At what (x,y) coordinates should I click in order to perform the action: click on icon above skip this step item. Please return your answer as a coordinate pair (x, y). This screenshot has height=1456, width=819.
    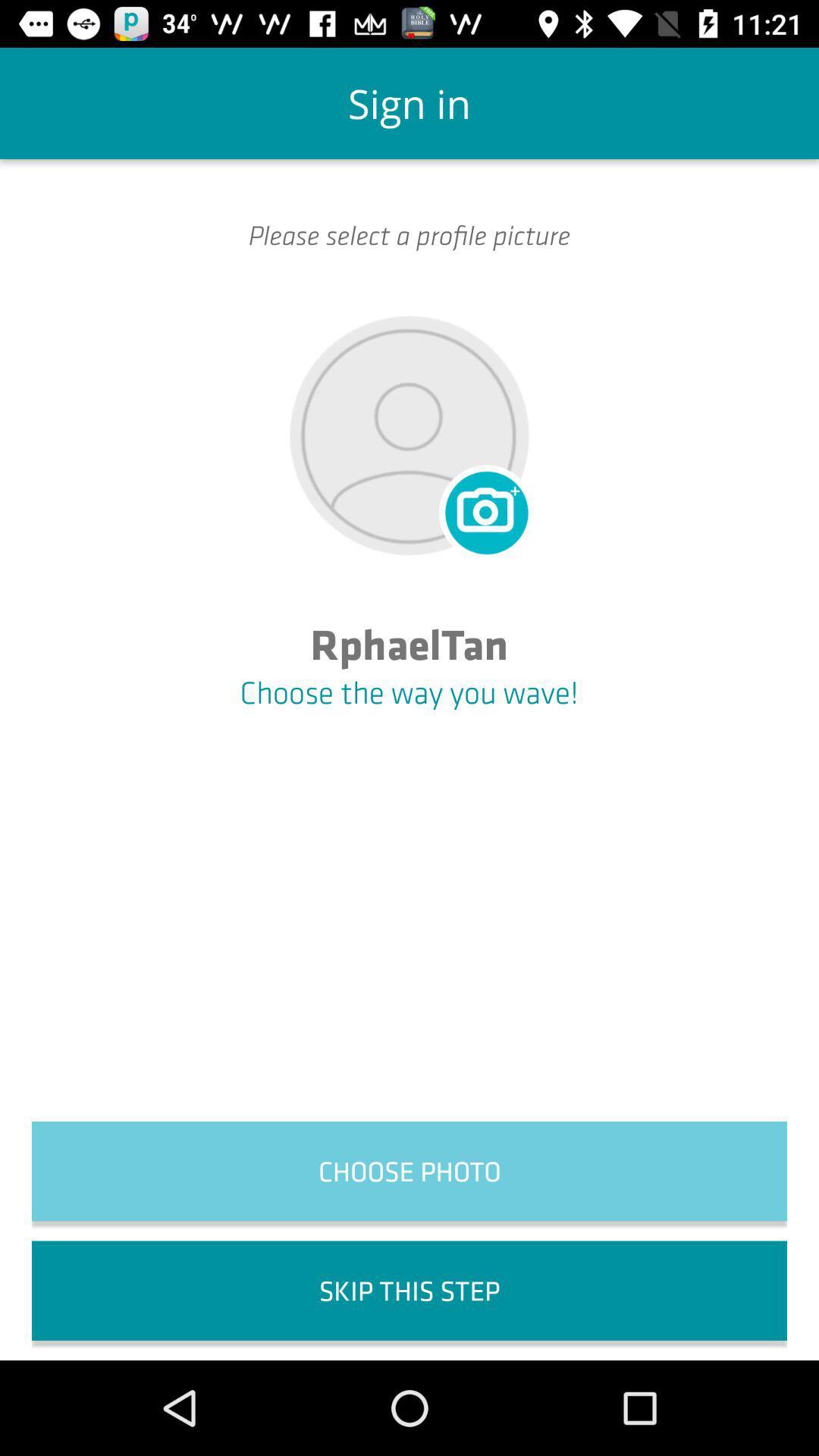
    Looking at the image, I should click on (409, 1170).